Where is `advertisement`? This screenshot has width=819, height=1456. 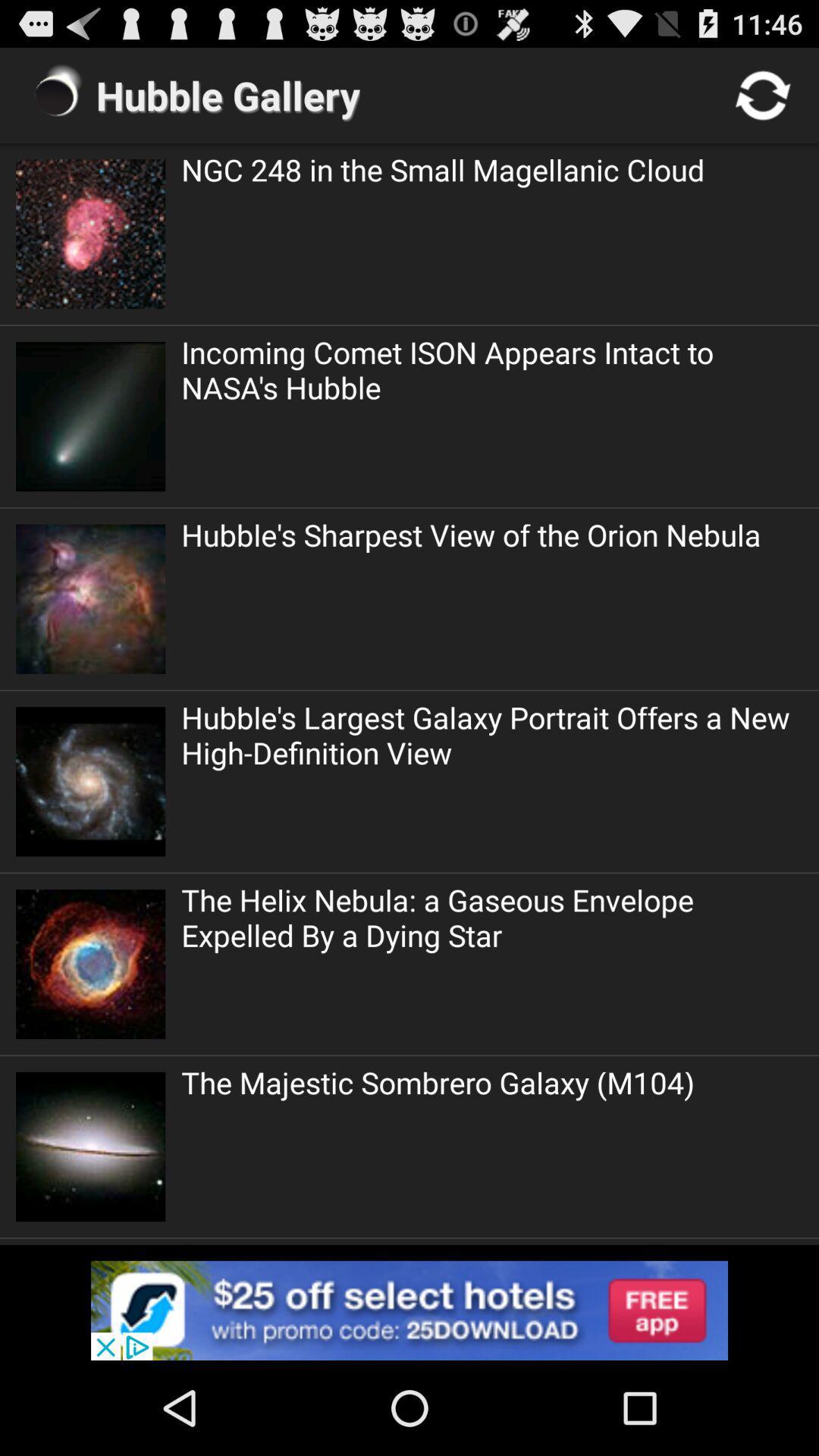 advertisement is located at coordinates (409, 1310).